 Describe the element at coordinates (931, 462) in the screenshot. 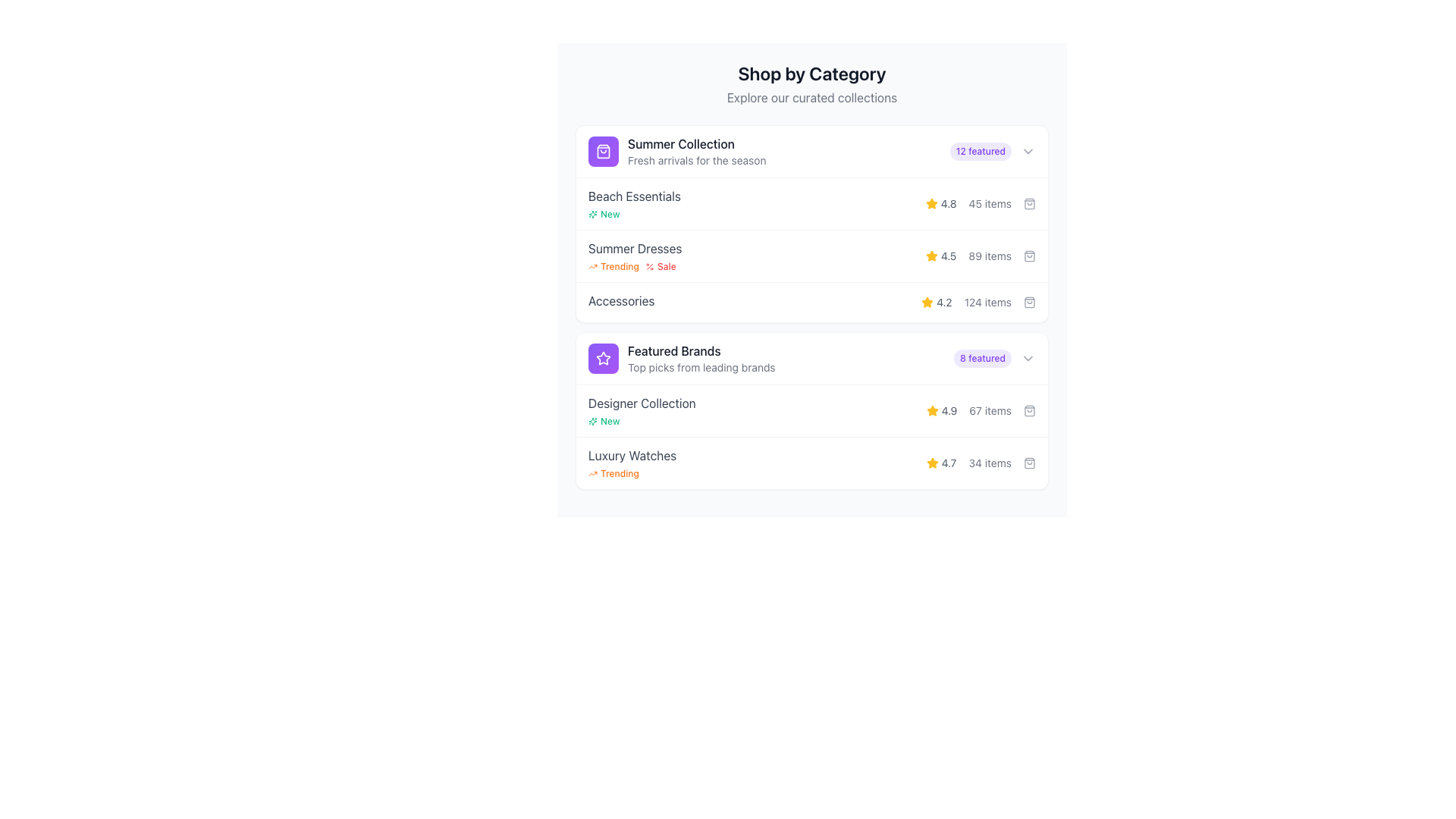

I see `the yellow star icon with rounded edges, filled with a gold hue, located to the left of the text '4.7' in the 'Luxury Watches' row under 'Featured Brands'` at that location.